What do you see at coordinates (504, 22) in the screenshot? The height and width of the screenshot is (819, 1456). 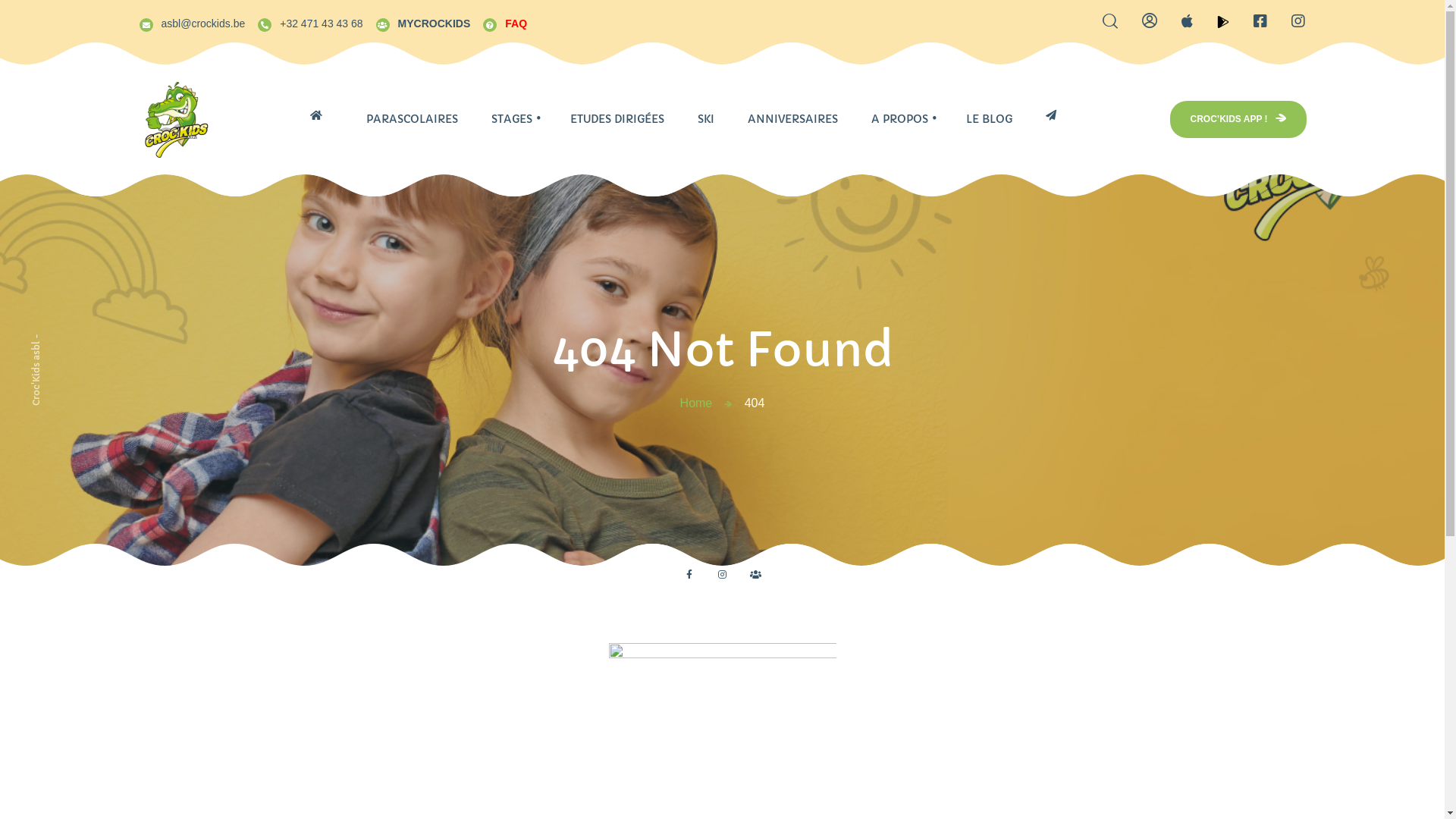 I see `'FAQ'` at bounding box center [504, 22].